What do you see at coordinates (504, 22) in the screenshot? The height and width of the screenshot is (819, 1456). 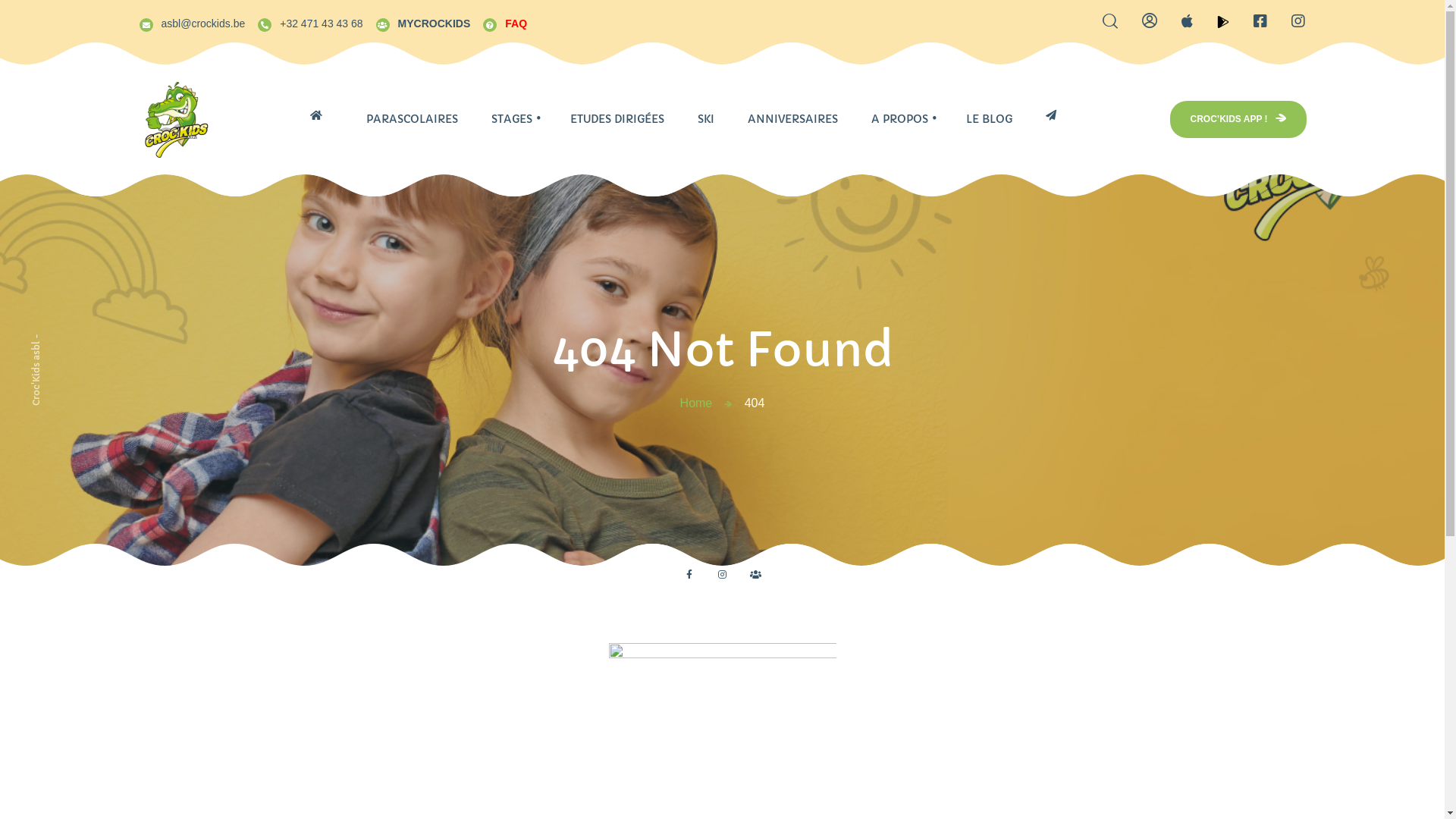 I see `'FAQ'` at bounding box center [504, 22].